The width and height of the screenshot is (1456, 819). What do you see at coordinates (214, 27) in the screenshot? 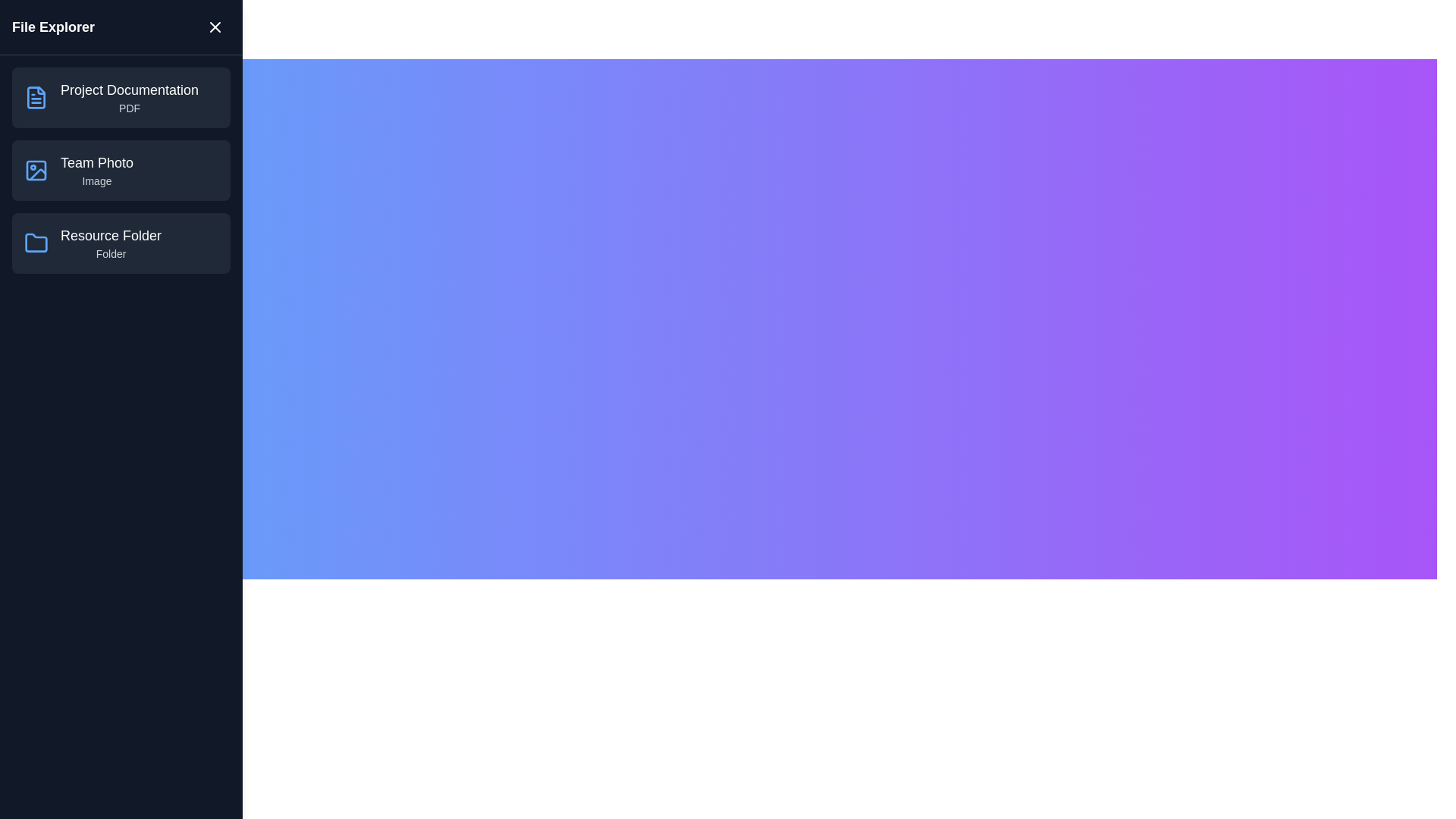
I see `the close button of the file explorer drawer` at bounding box center [214, 27].